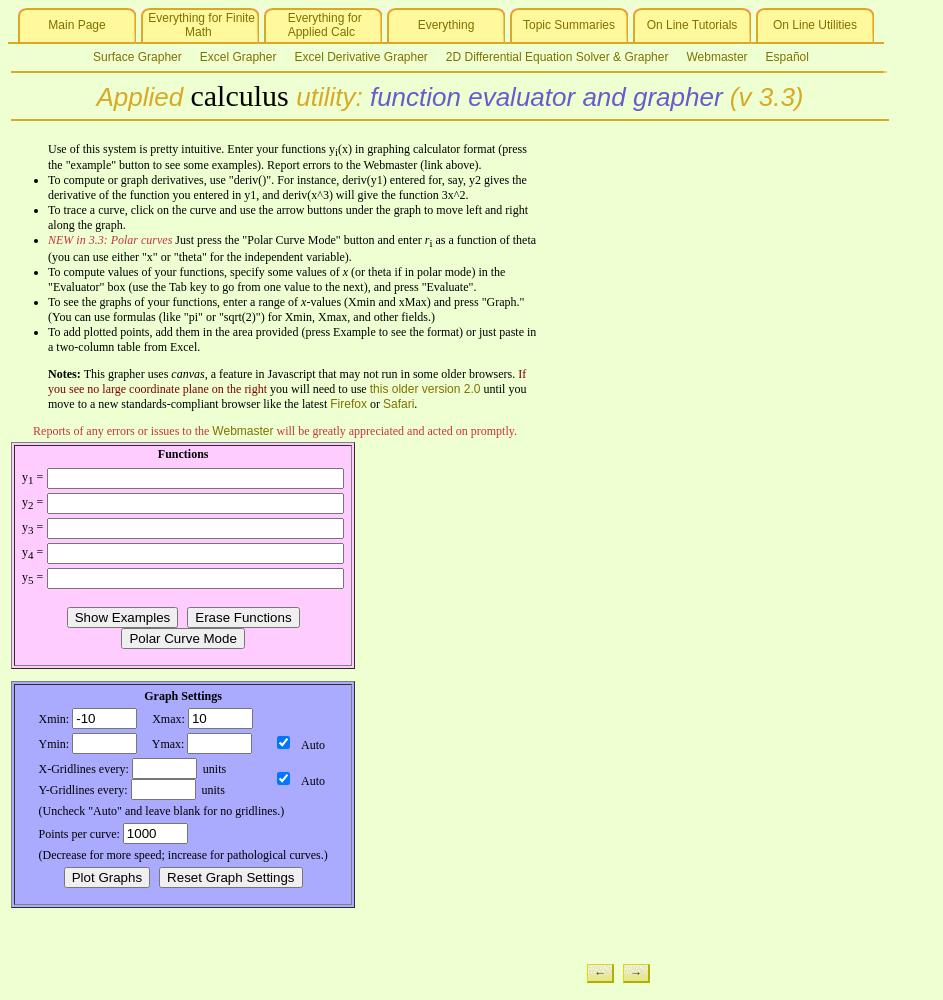 This screenshot has width=943, height=1000. I want to click on 'Everything for Finite Math', so click(198, 25).